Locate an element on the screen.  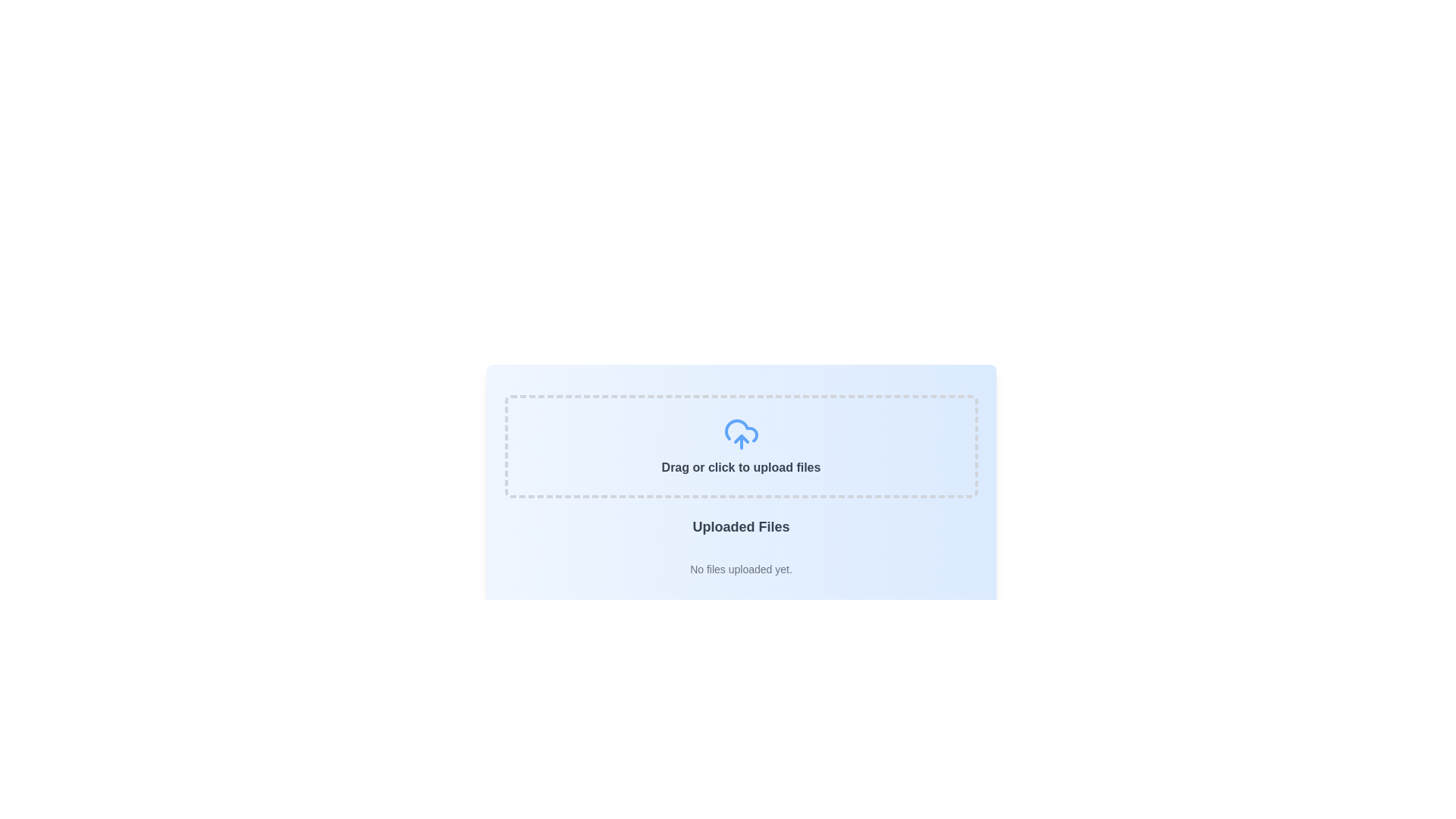
the central cloud-shaped upload icon, which visually represents the file upload function is located at coordinates (741, 431).